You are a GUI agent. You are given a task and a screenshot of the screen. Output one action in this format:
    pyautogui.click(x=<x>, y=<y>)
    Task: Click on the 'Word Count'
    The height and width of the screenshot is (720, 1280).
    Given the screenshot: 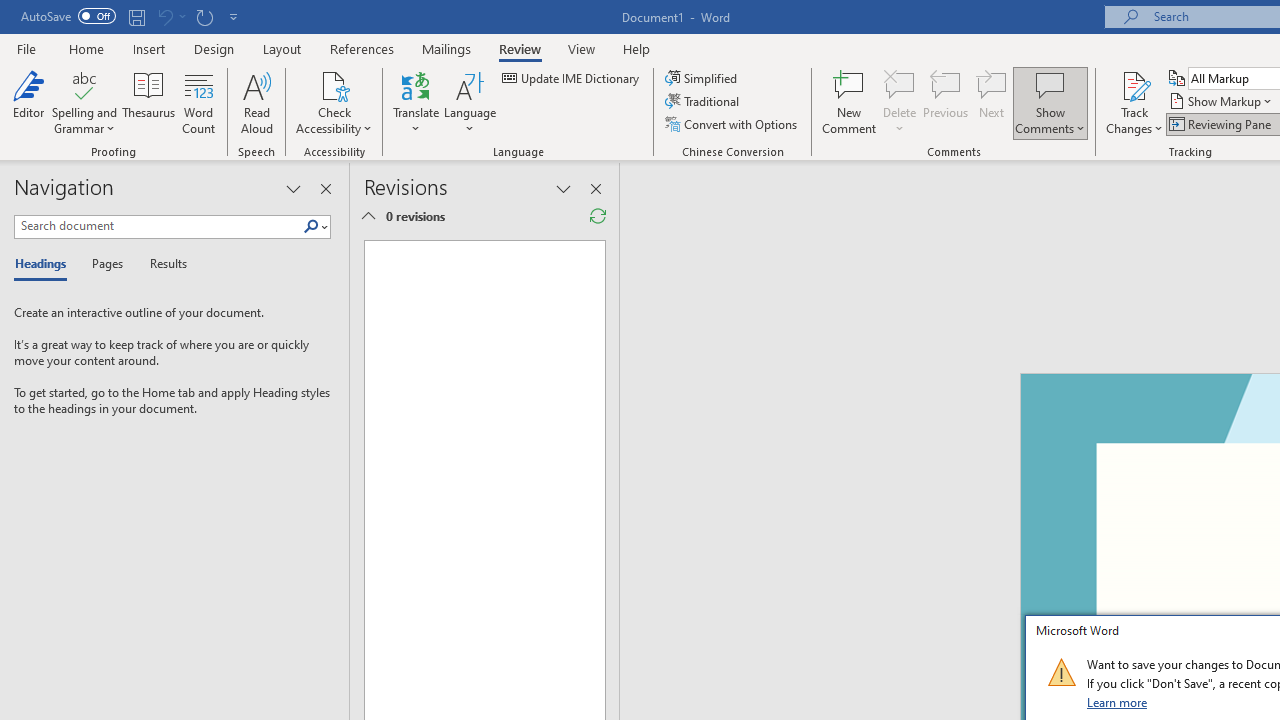 What is the action you would take?
    pyautogui.click(x=199, y=103)
    